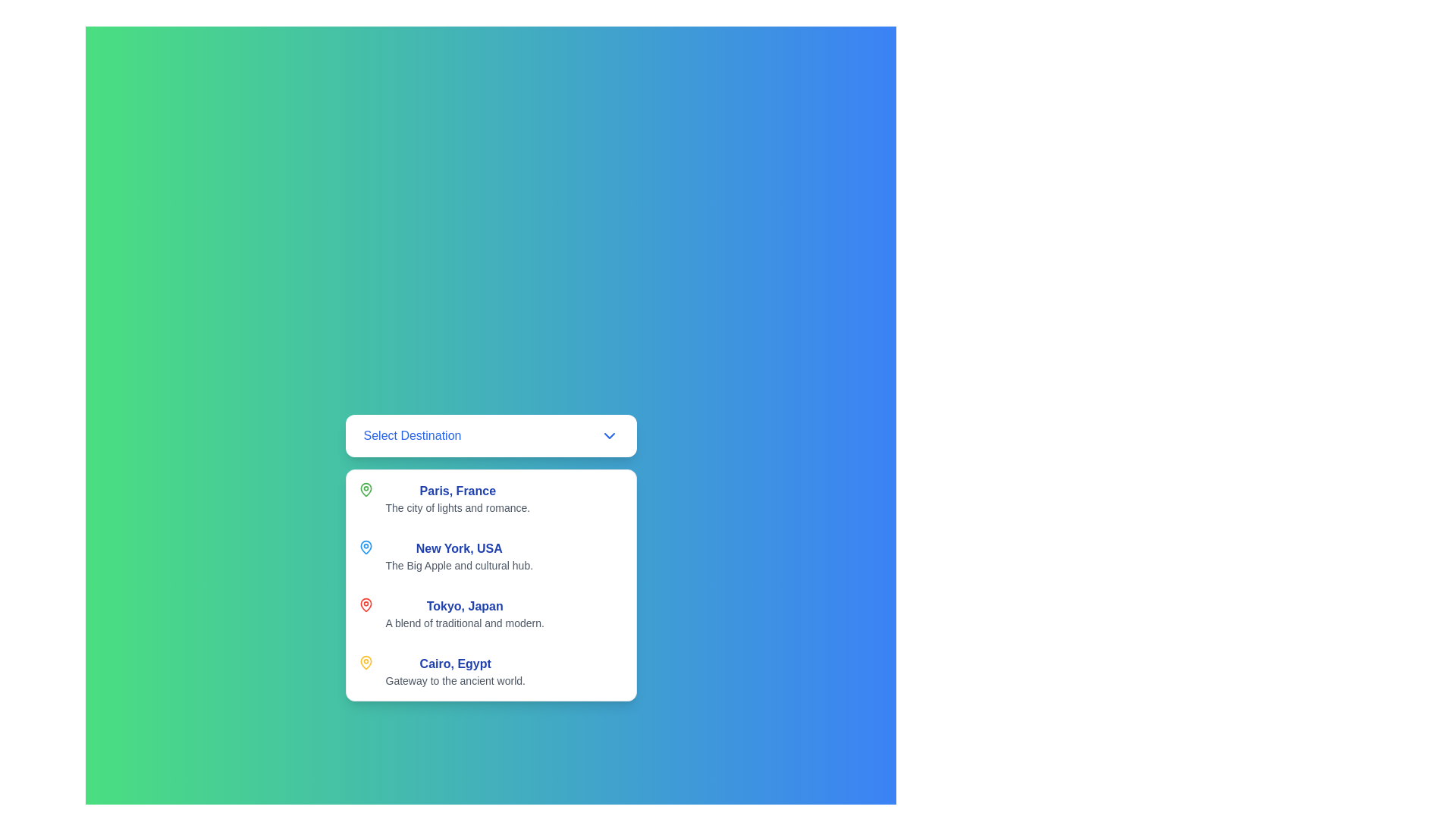 The image size is (1456, 819). I want to click on the text label displaying 'A blend of traditional and modern.' which is positioned below 'Tokyo, Japan' in the dropdown menu of travel locations, so click(464, 623).